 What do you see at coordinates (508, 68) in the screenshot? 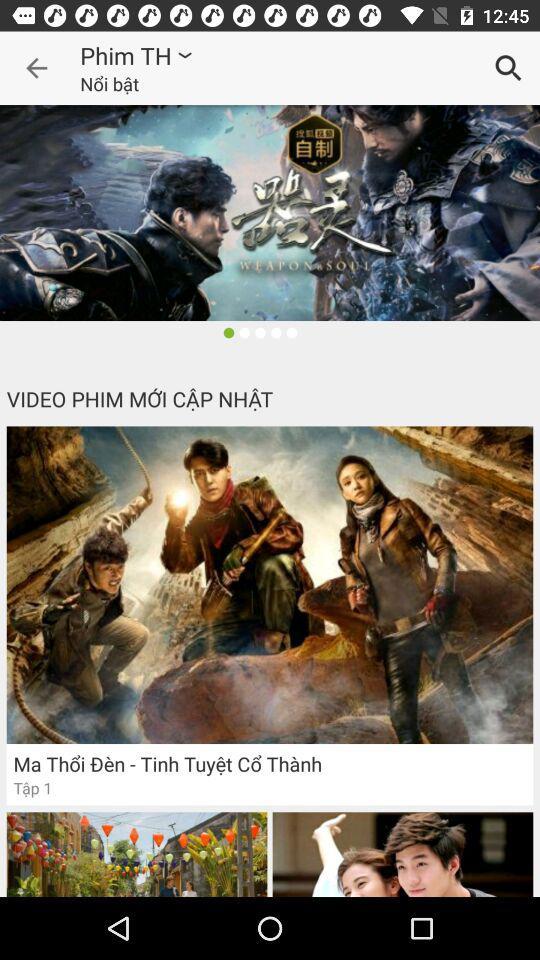
I see `the item at the top right corner` at bounding box center [508, 68].